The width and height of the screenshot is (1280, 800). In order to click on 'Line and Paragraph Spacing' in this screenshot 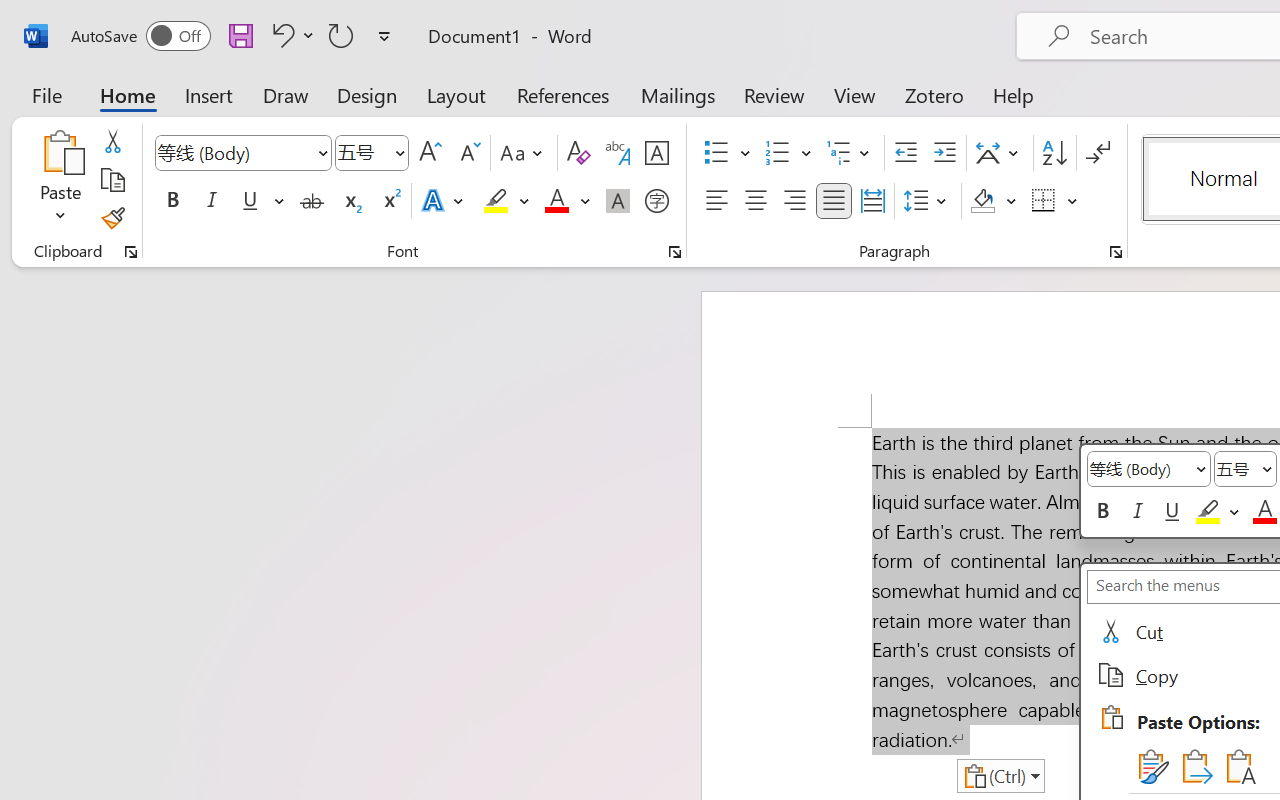, I will do `click(927, 201)`.